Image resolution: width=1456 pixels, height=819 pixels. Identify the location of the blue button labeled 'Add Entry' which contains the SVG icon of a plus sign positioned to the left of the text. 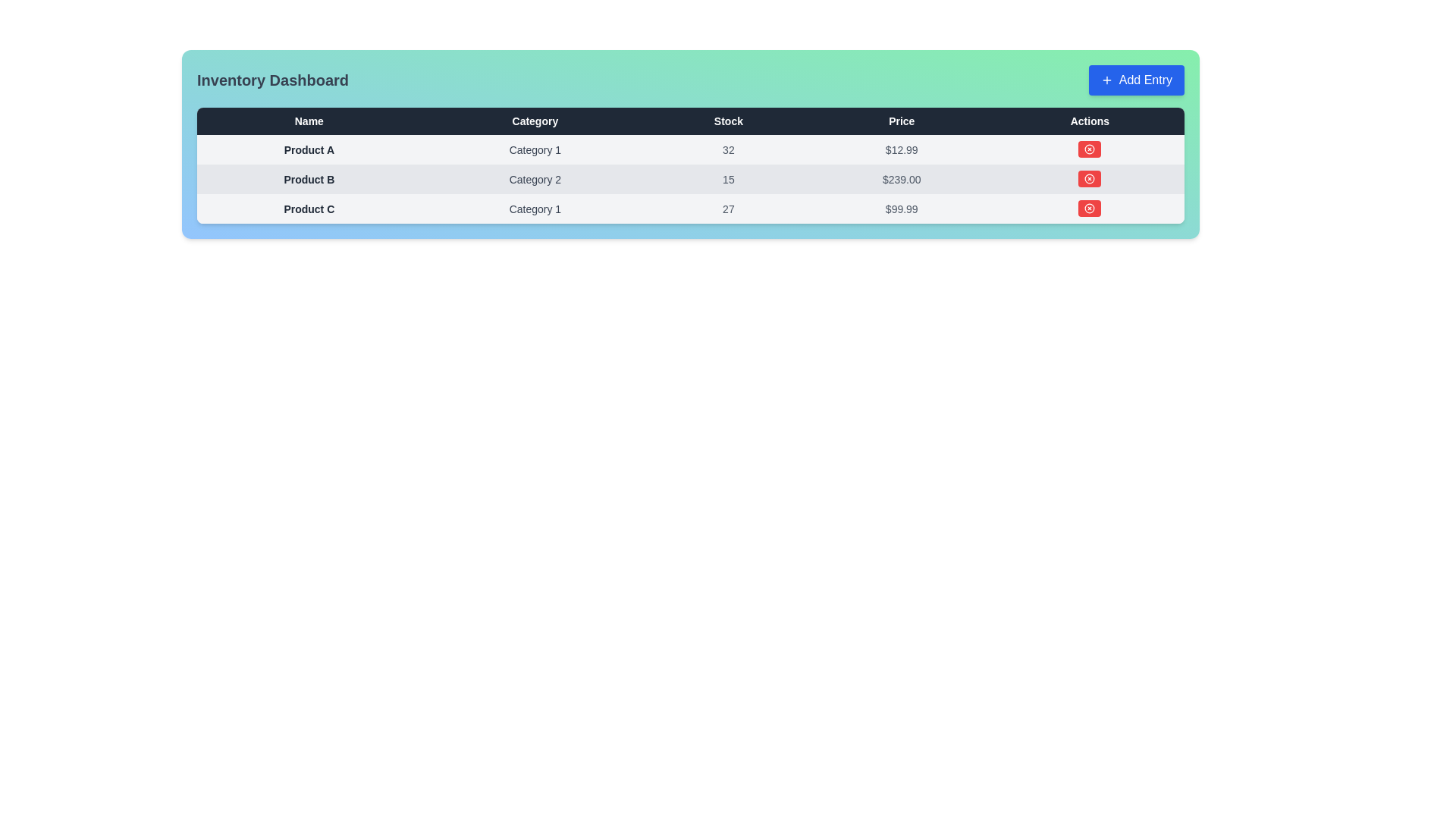
(1106, 80).